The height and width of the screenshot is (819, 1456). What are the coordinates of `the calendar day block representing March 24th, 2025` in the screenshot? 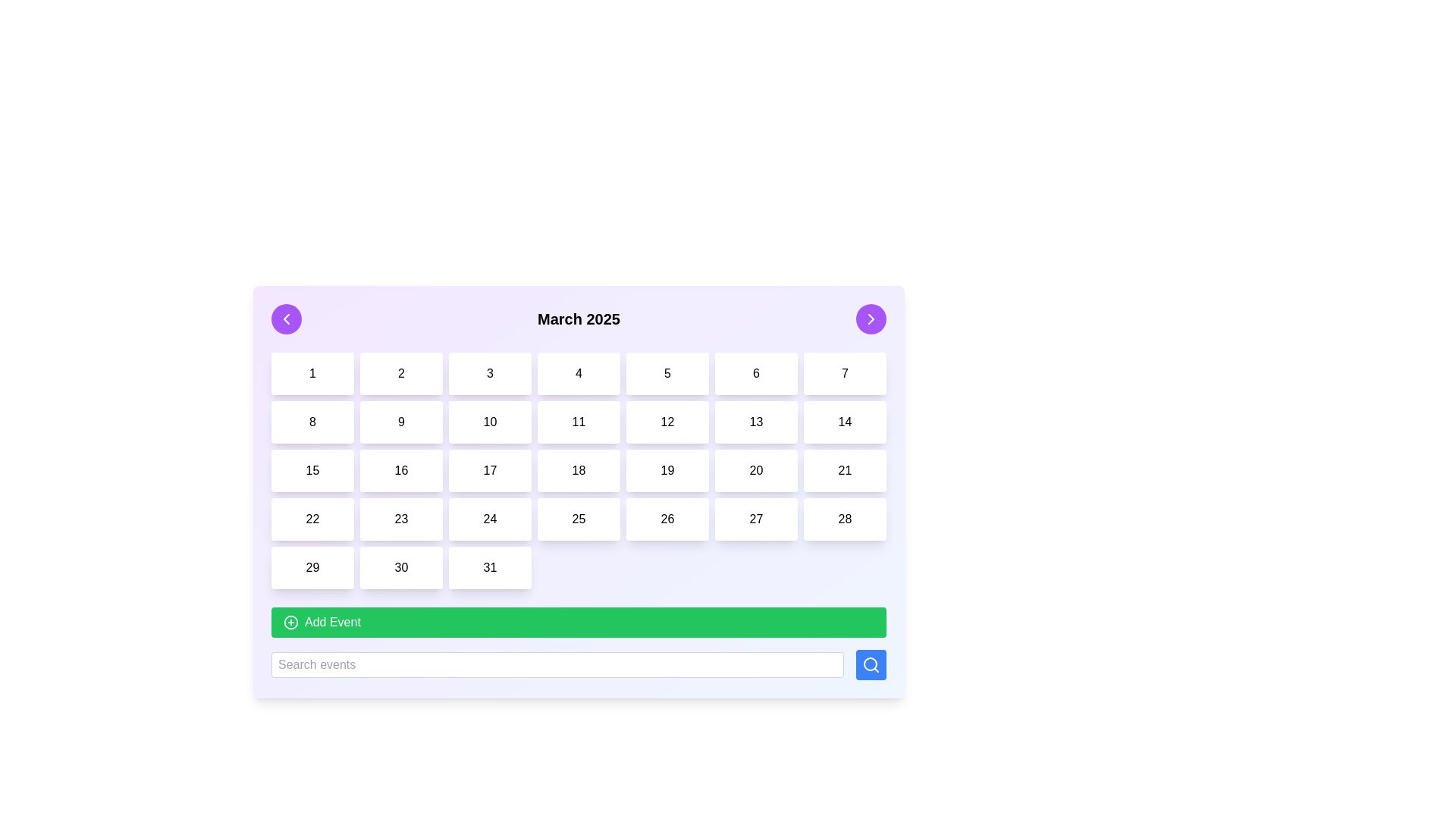 It's located at (490, 519).